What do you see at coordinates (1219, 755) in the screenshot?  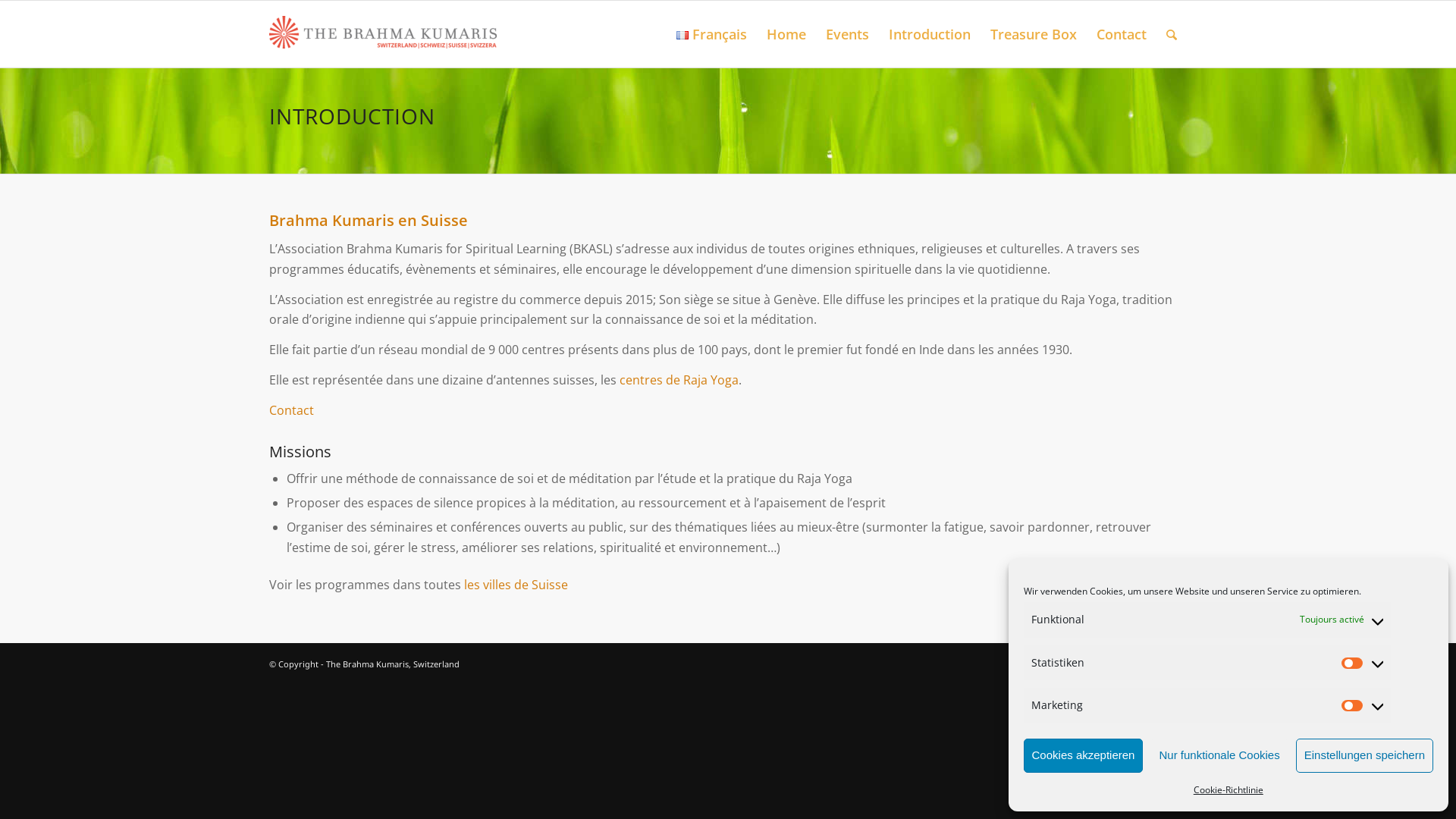 I see `'Nur funktionale Cookies'` at bounding box center [1219, 755].